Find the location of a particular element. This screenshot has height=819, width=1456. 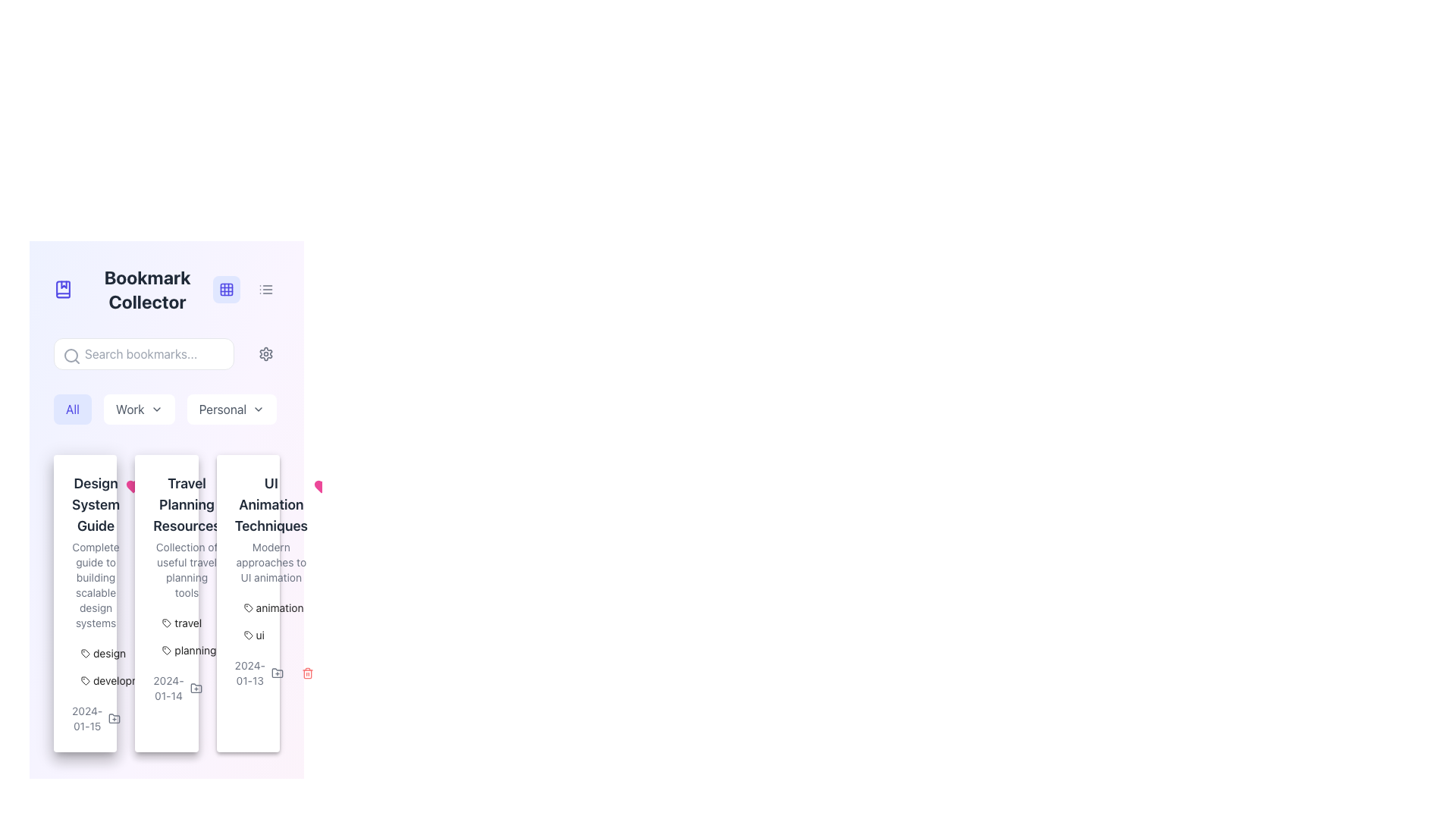

the 'All' button, which is the first label in a horizontal list of selectable labels styled with rounded edges and a light indigo background is located at coordinates (72, 409).